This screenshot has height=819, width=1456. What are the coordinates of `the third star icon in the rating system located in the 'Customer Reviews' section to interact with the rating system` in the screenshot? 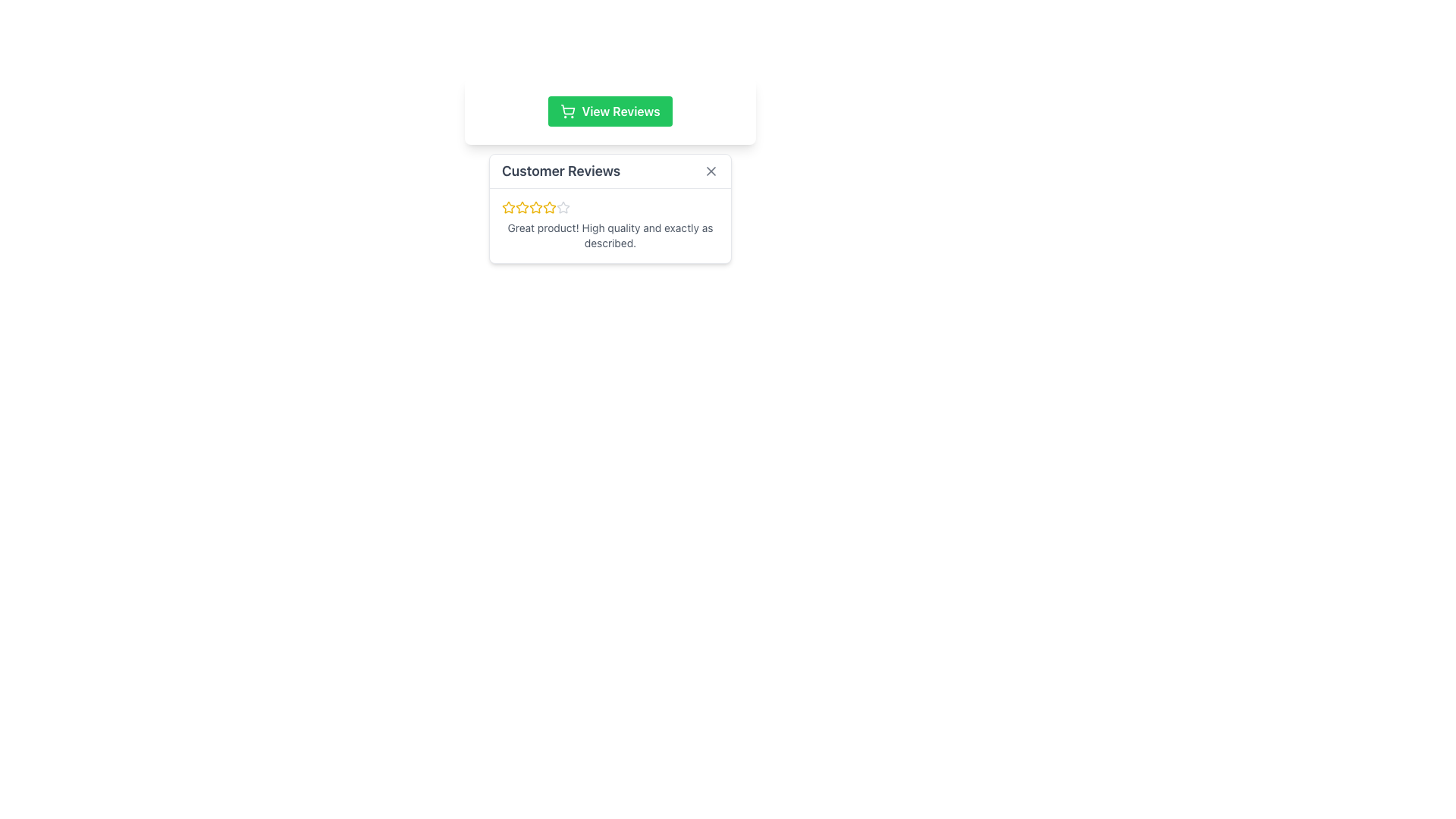 It's located at (521, 207).